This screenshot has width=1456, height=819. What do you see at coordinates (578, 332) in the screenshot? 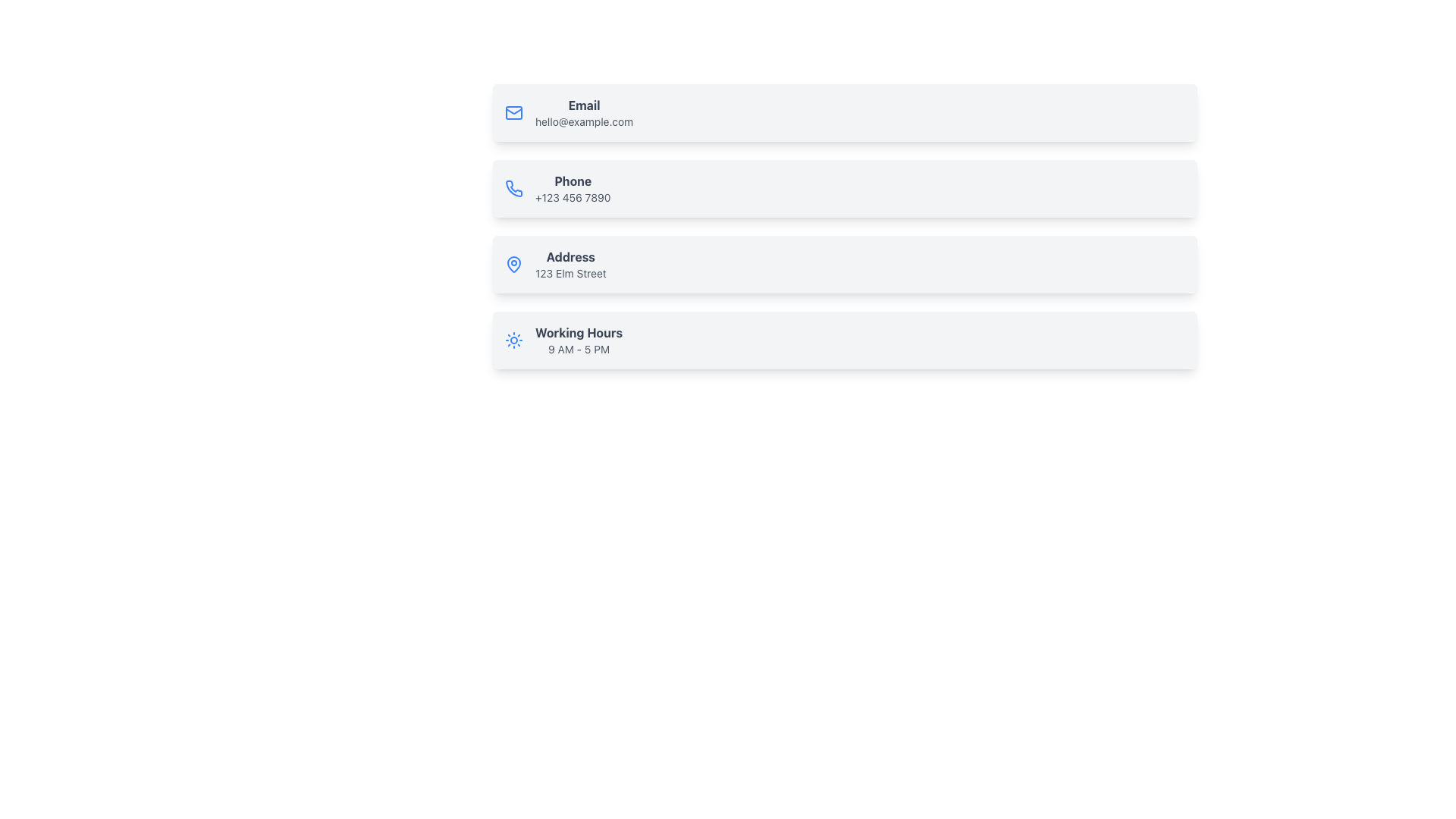
I see `the 'Working Hours' text label, which is bold and darker gray, located at the top of the information block above '9 AM - 5 PM'` at bounding box center [578, 332].